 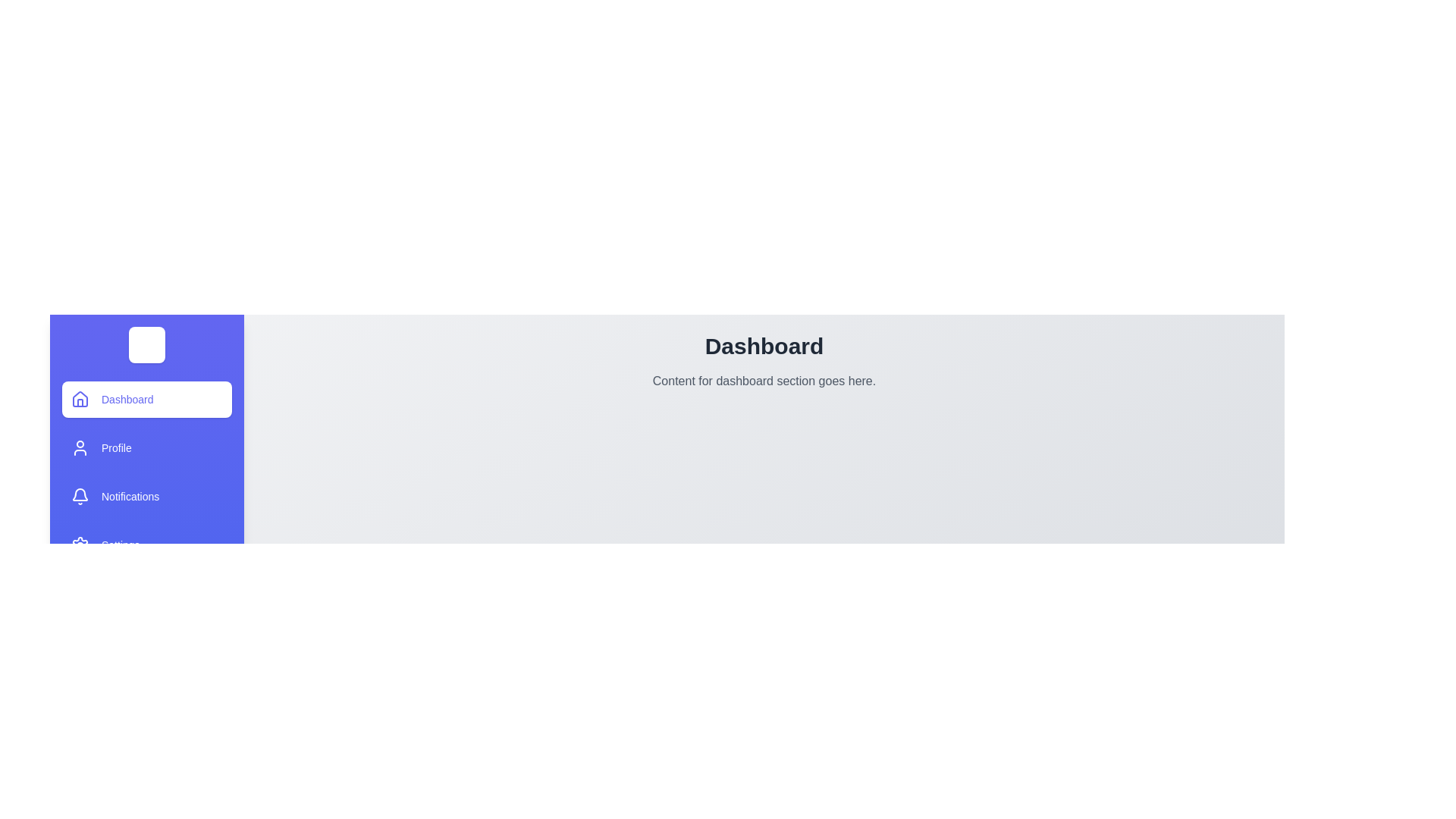 I want to click on the drawer item labeled Profile to view its hover effect, so click(x=146, y=447).